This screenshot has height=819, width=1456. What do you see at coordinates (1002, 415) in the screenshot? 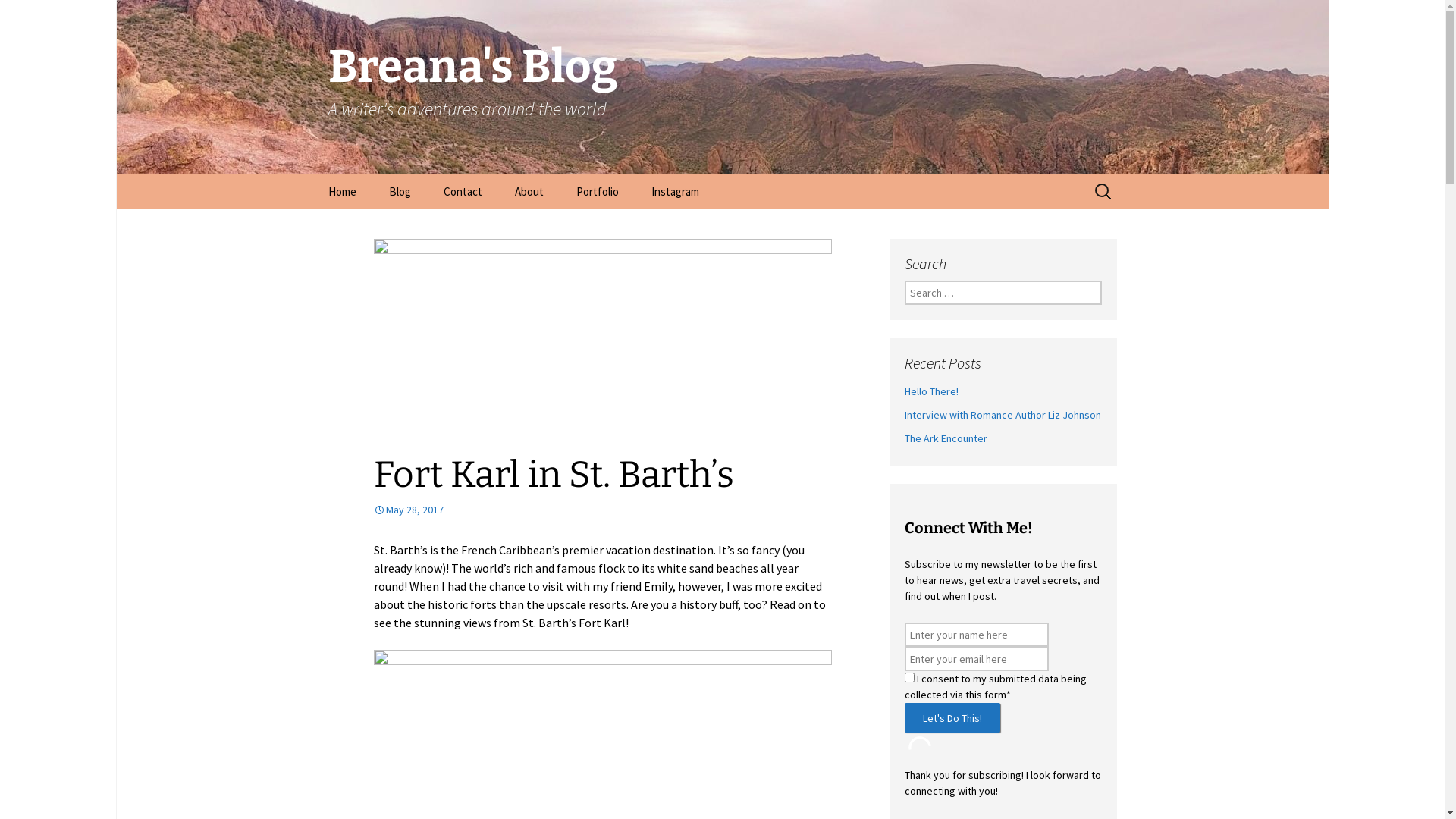
I see `'Interview with Romance Author Liz Johnson'` at bounding box center [1002, 415].